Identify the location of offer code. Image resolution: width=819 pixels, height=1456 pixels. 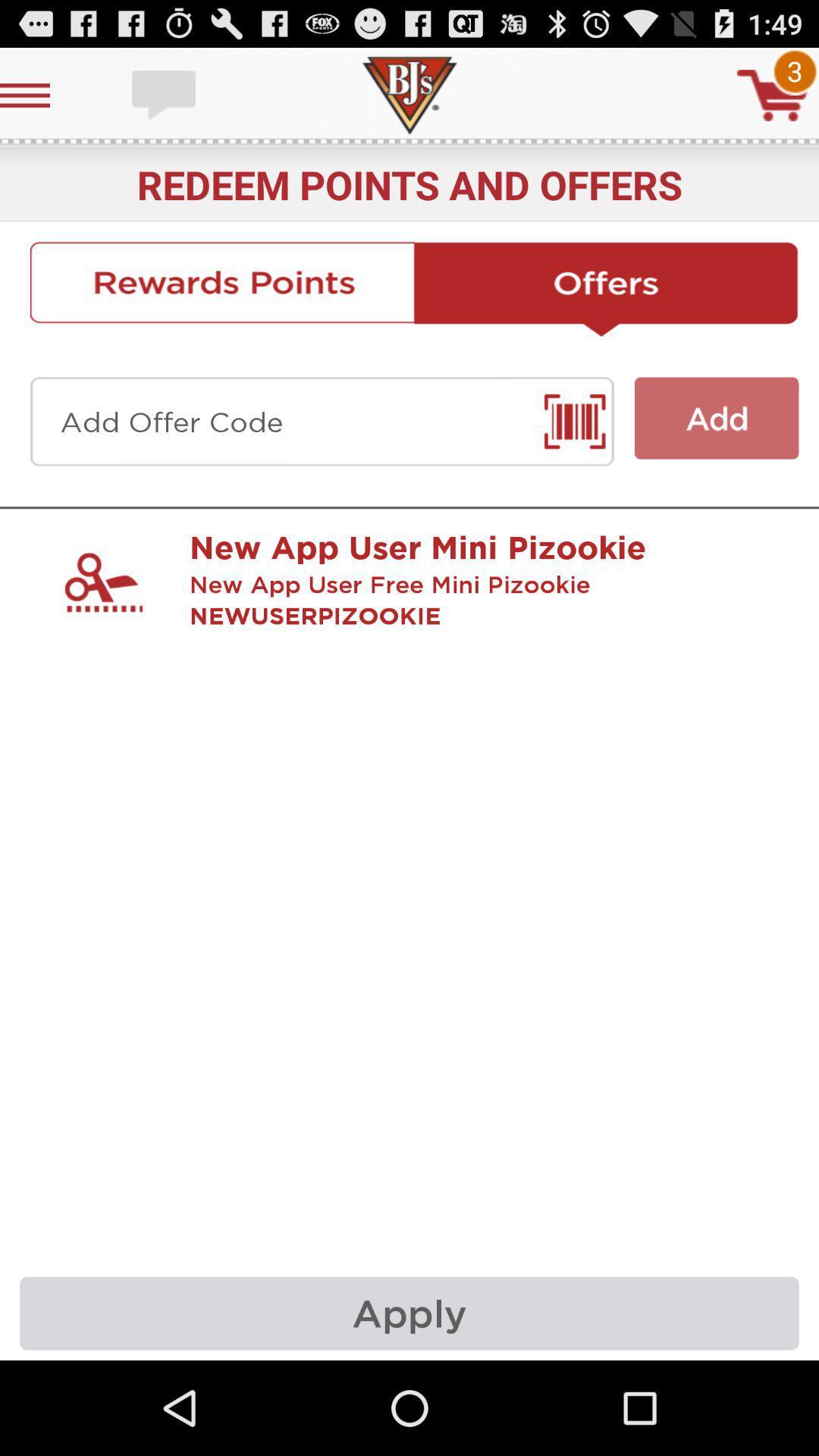
(321, 422).